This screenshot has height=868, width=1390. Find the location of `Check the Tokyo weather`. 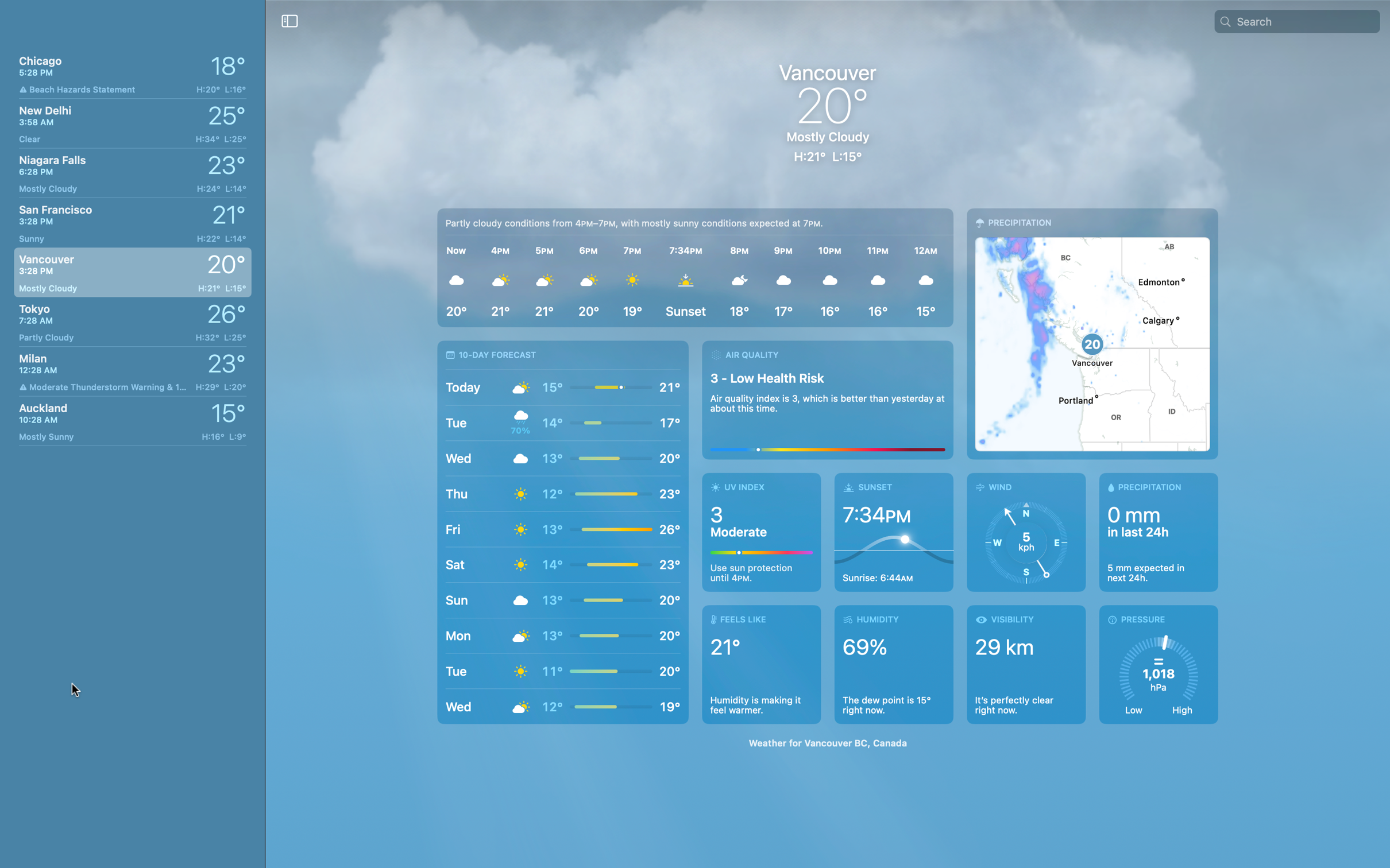

Check the Tokyo weather is located at coordinates (129, 321).